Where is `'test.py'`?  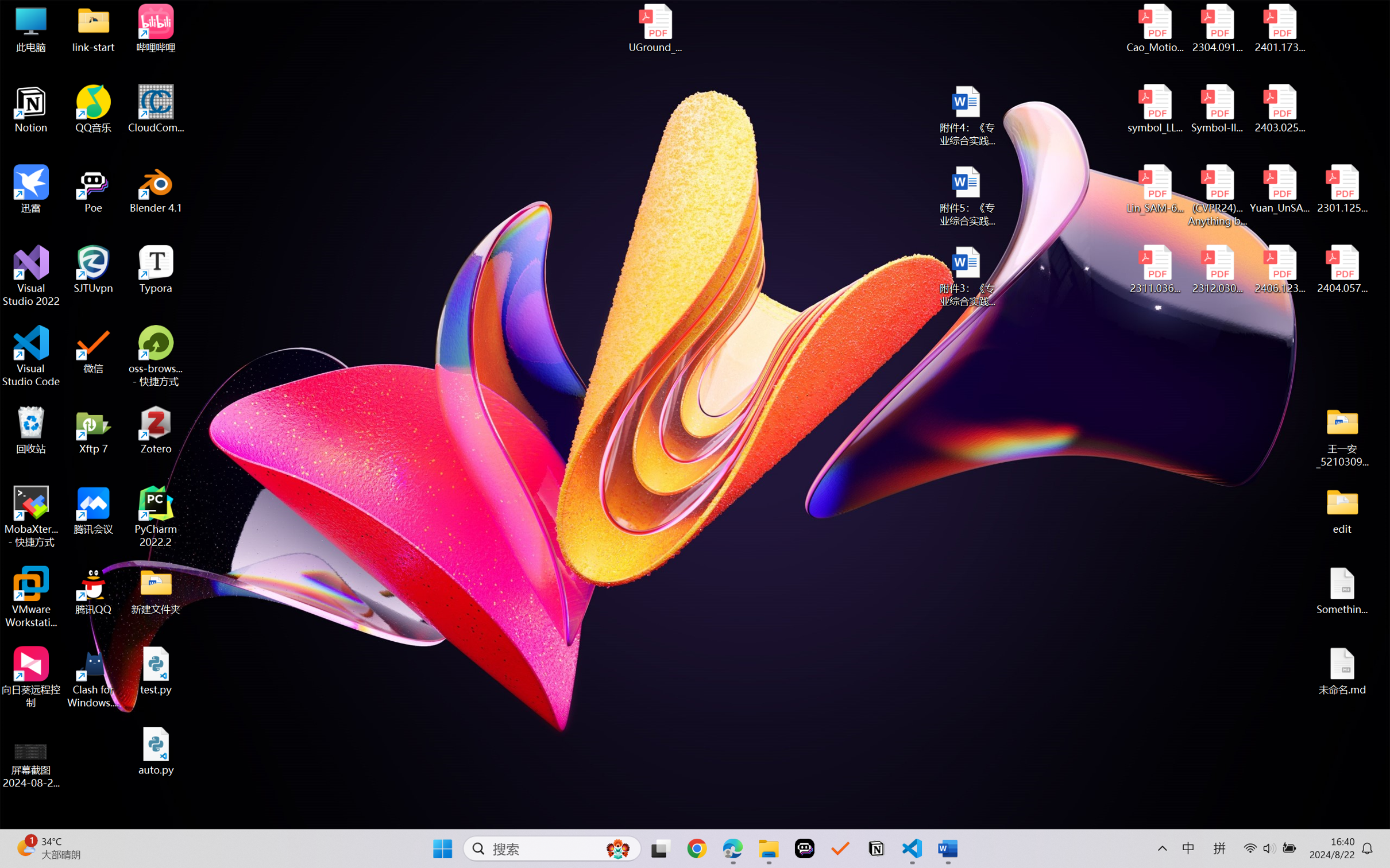
'test.py' is located at coordinates (156, 670).